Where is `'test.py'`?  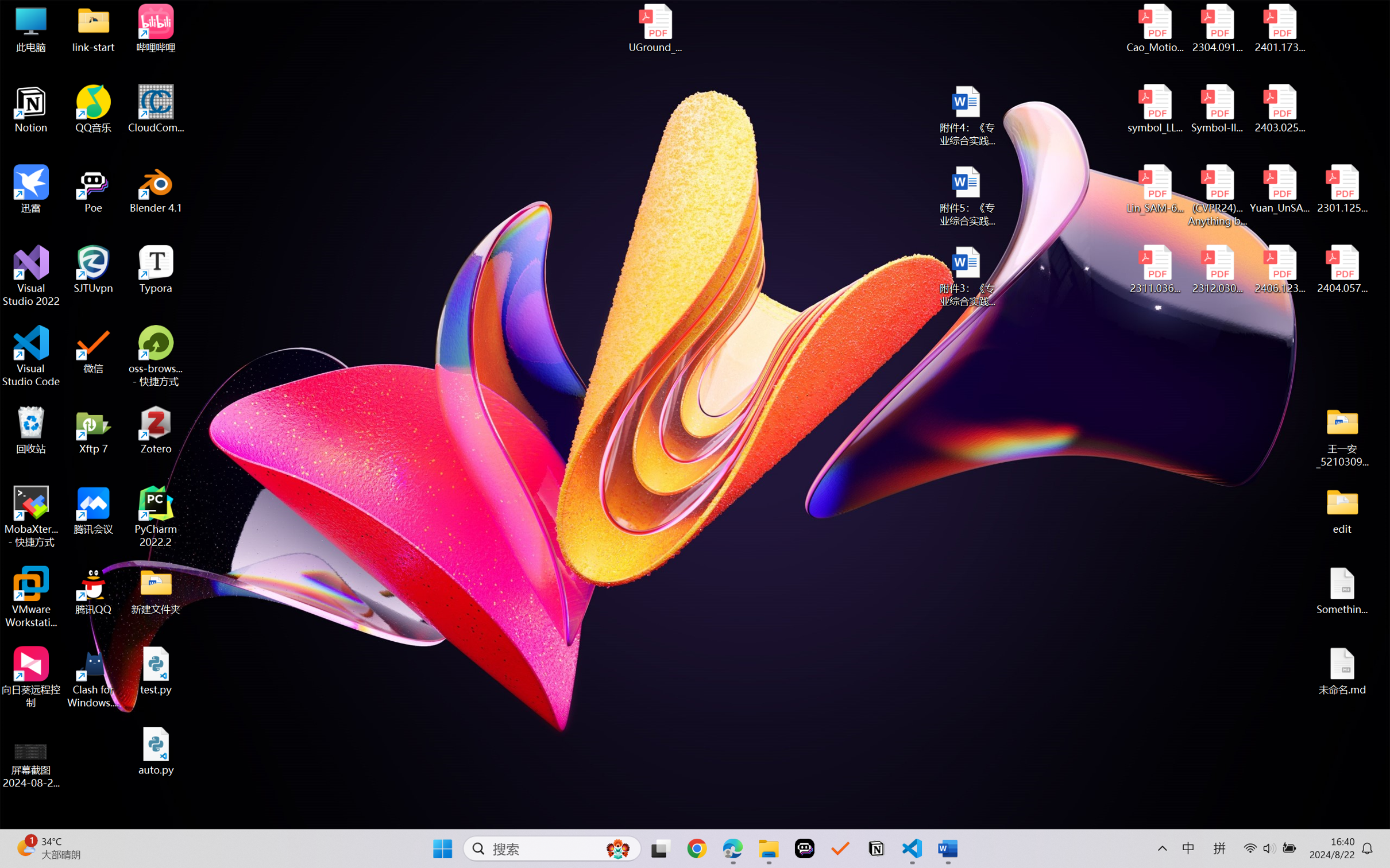
'test.py' is located at coordinates (156, 670).